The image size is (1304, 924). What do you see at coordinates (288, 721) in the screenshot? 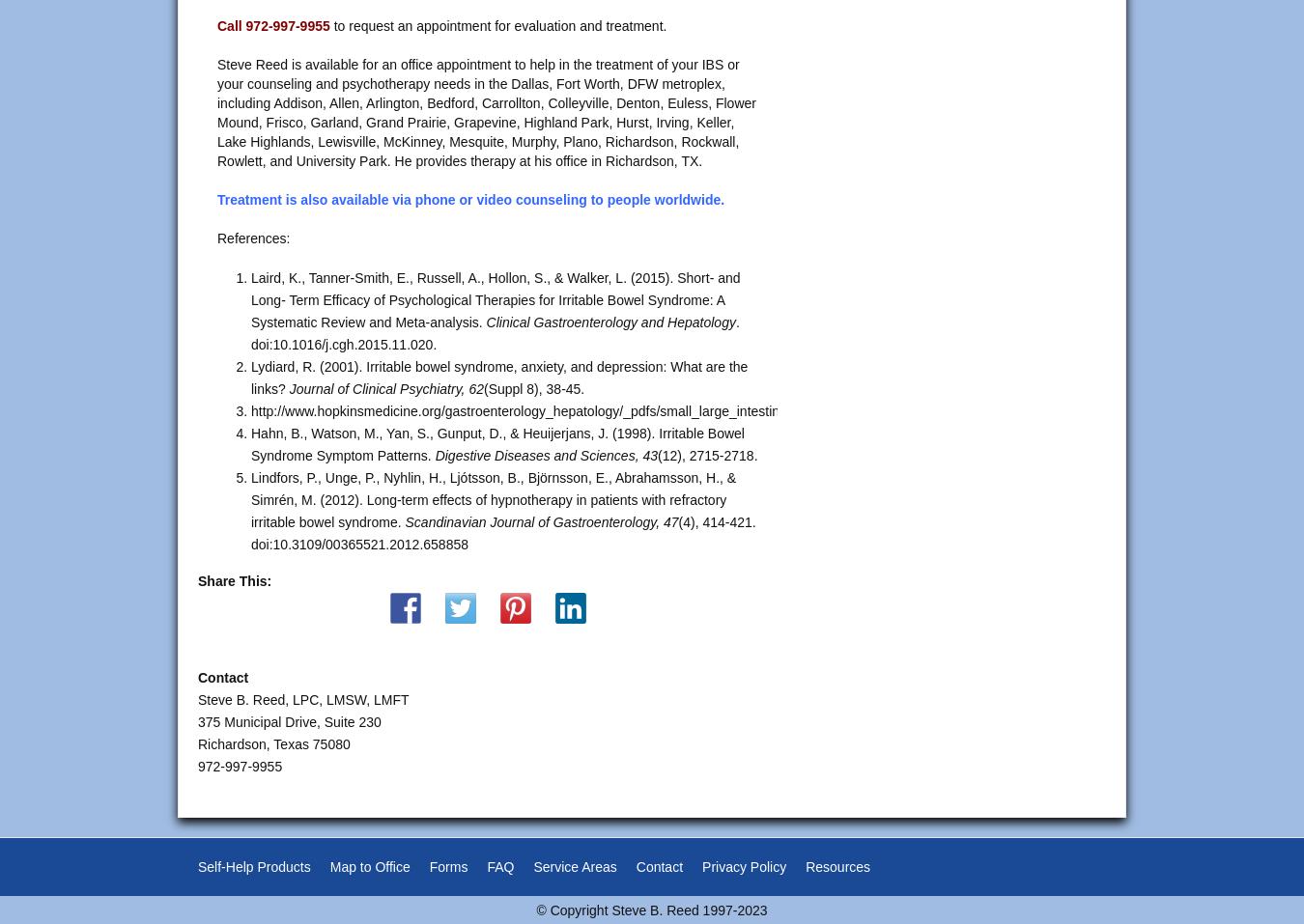
I see `'375 Municipal Drive, Suite 230'` at bounding box center [288, 721].